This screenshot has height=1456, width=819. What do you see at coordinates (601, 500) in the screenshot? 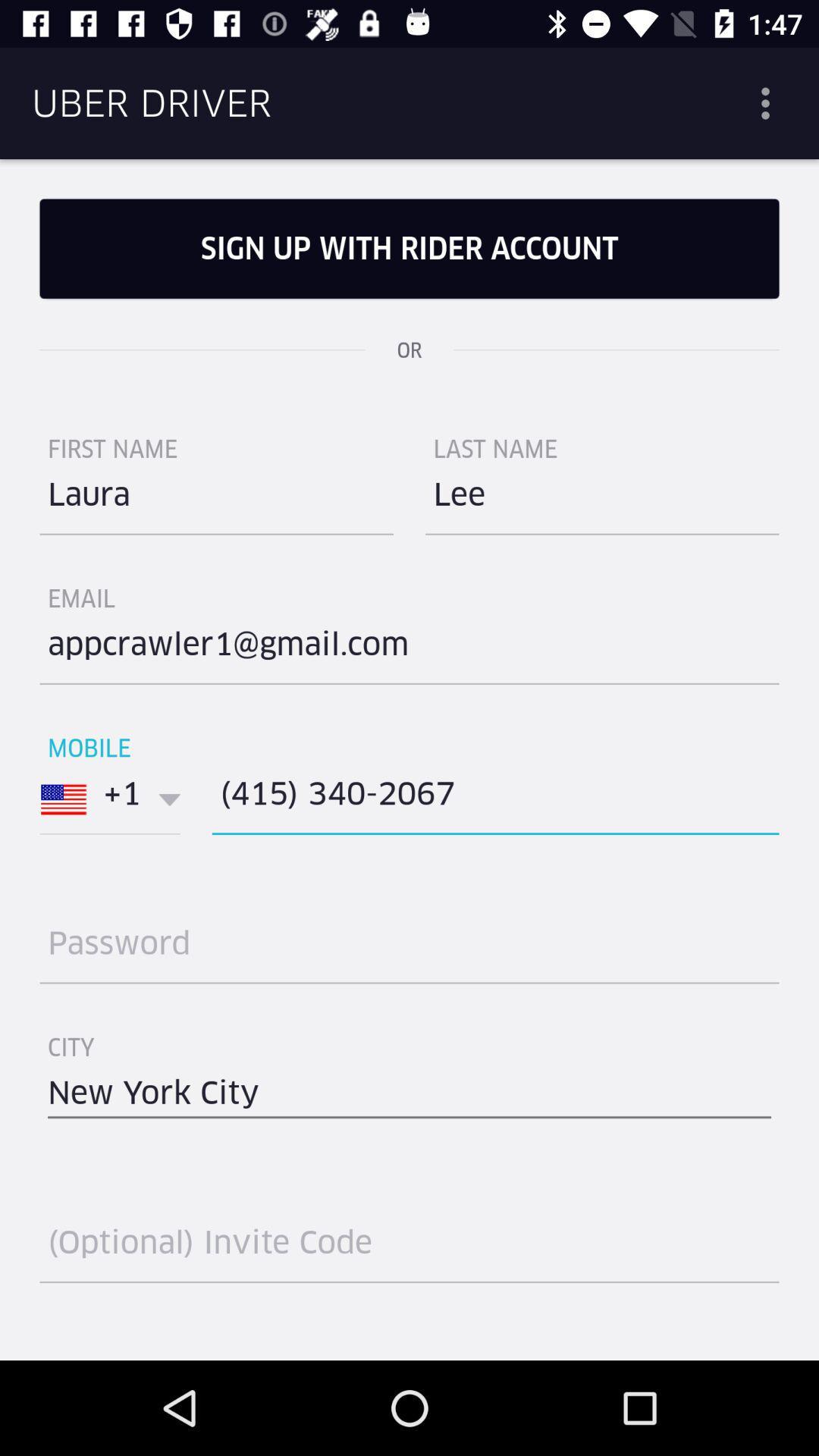
I see `lee` at bounding box center [601, 500].